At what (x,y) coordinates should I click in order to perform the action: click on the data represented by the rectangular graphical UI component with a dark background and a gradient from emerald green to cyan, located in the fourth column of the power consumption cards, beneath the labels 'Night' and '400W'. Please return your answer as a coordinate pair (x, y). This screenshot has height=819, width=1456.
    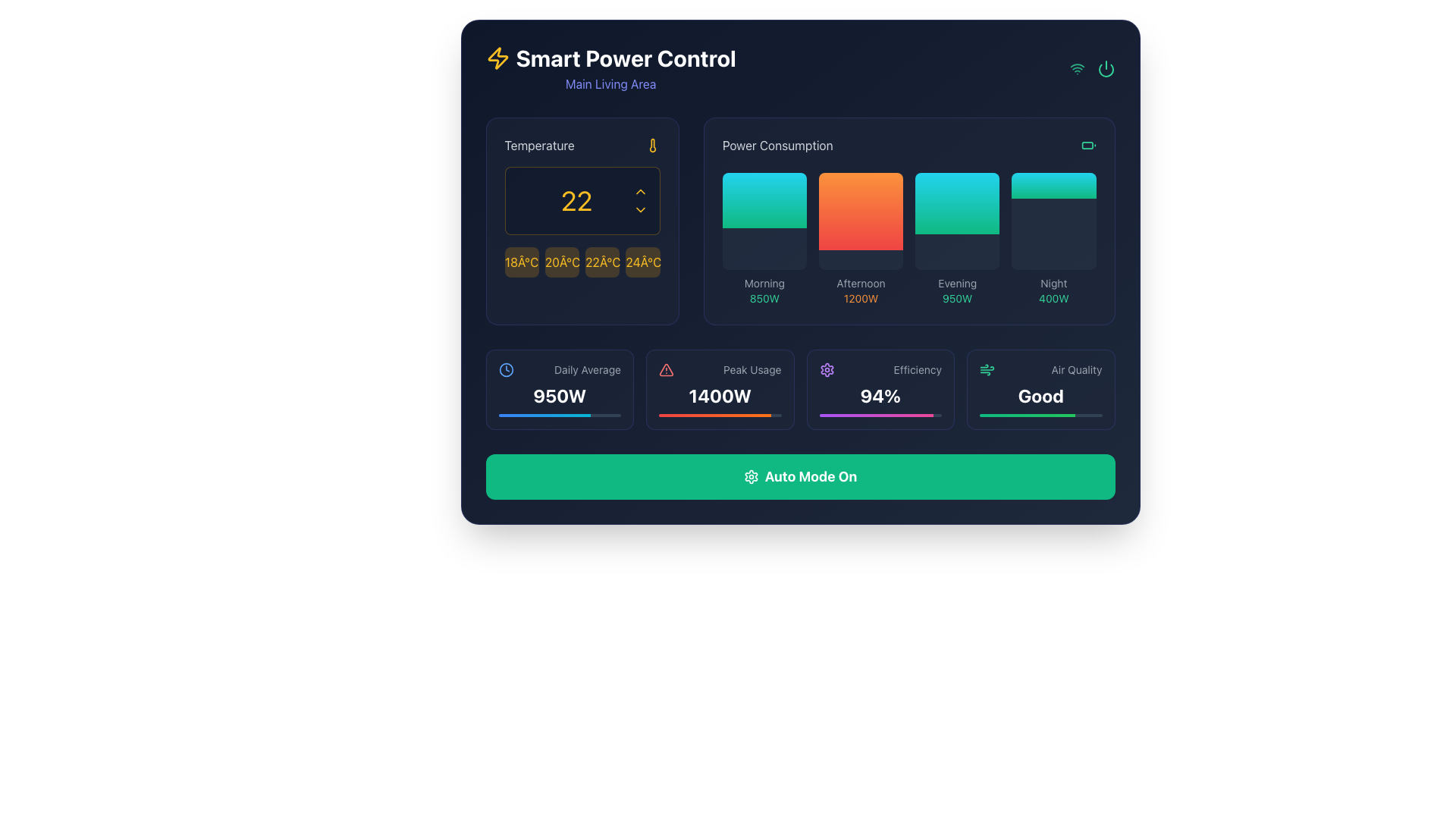
    Looking at the image, I should click on (1053, 221).